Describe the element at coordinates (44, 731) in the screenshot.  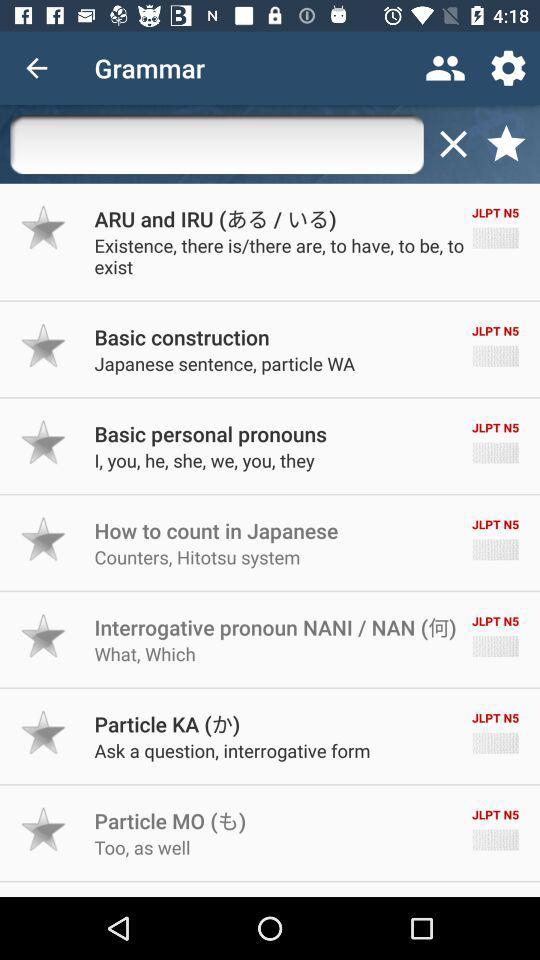
I see `bookmark this` at that location.